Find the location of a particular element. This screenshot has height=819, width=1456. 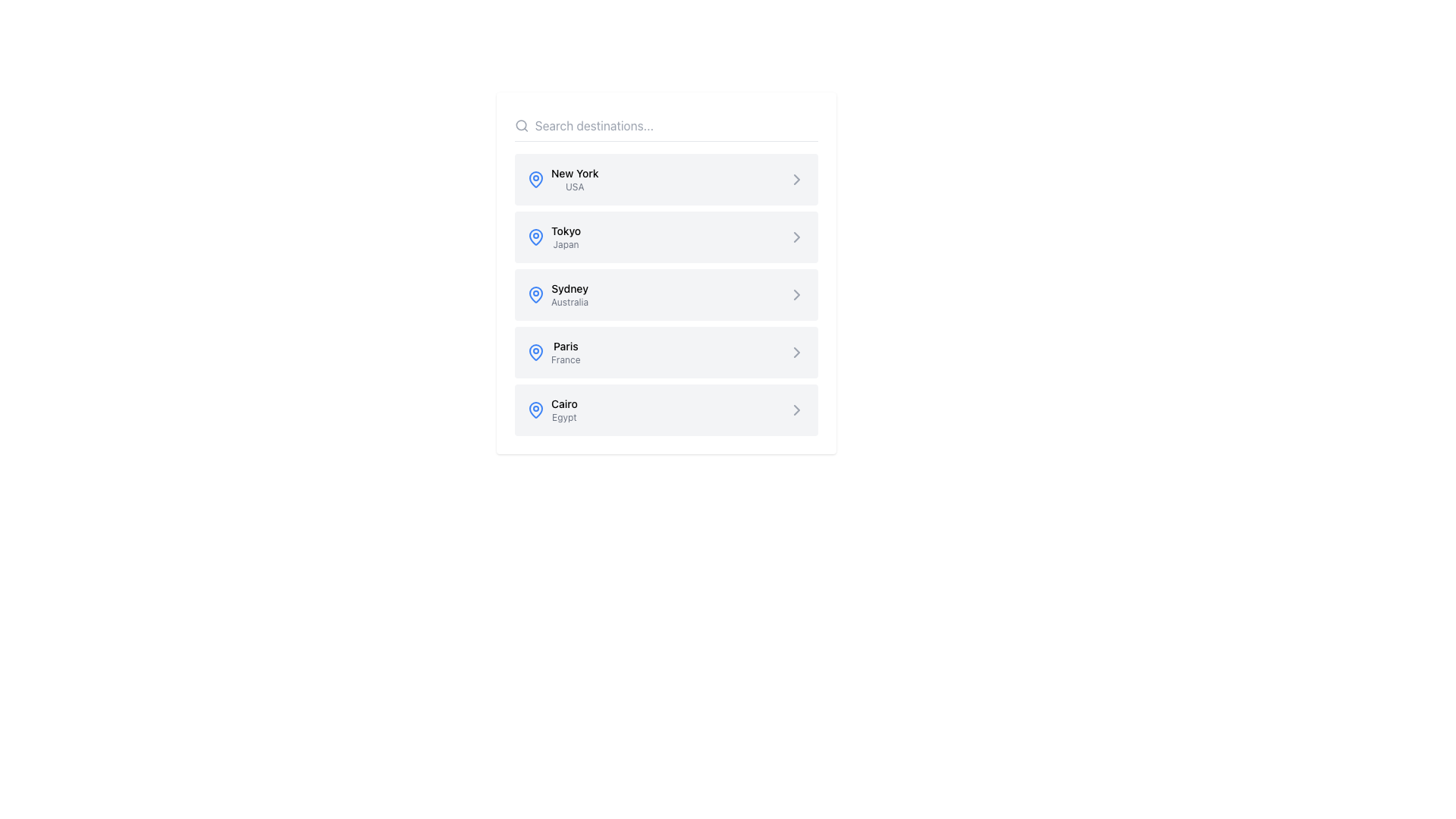

the list item displaying 'Sydney' and 'Australia' is located at coordinates (666, 295).